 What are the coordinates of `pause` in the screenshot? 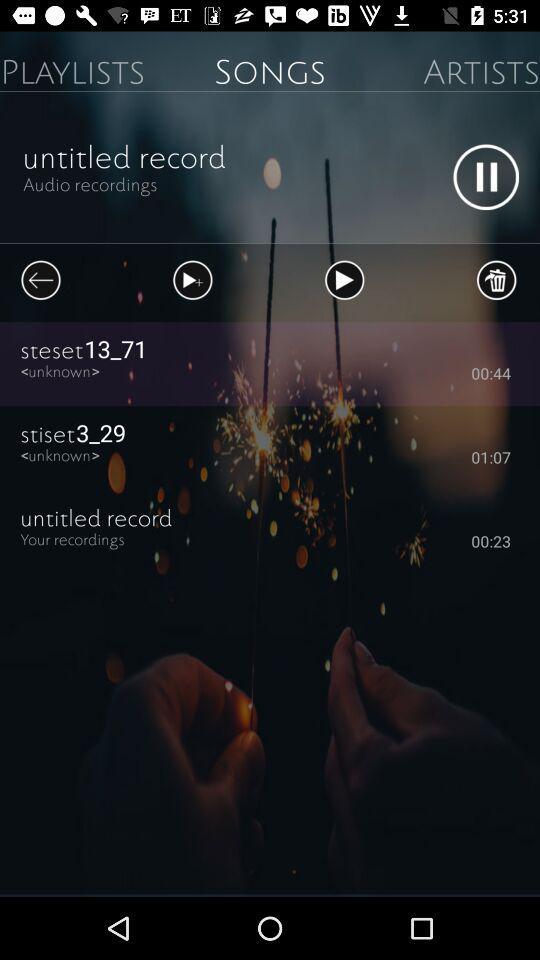 It's located at (485, 176).